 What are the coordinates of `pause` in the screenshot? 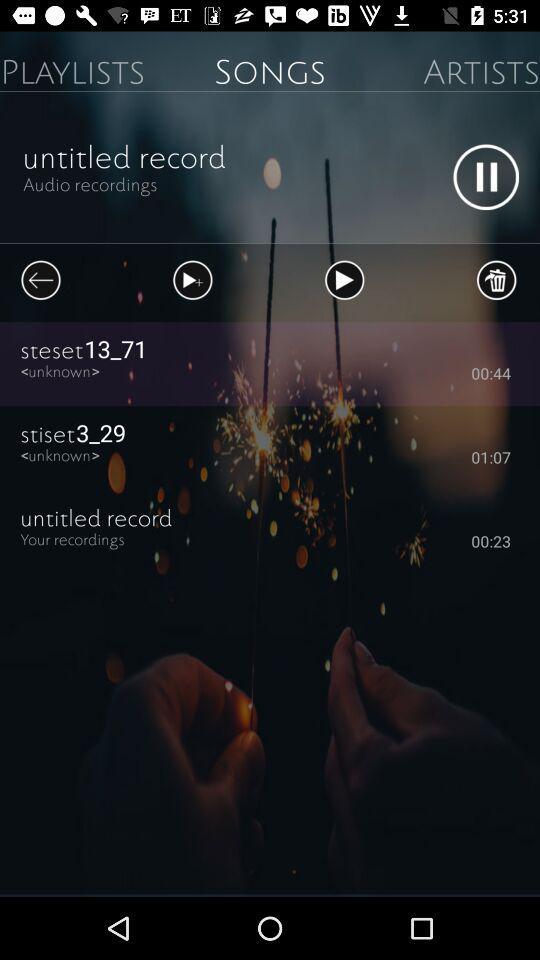 It's located at (485, 176).